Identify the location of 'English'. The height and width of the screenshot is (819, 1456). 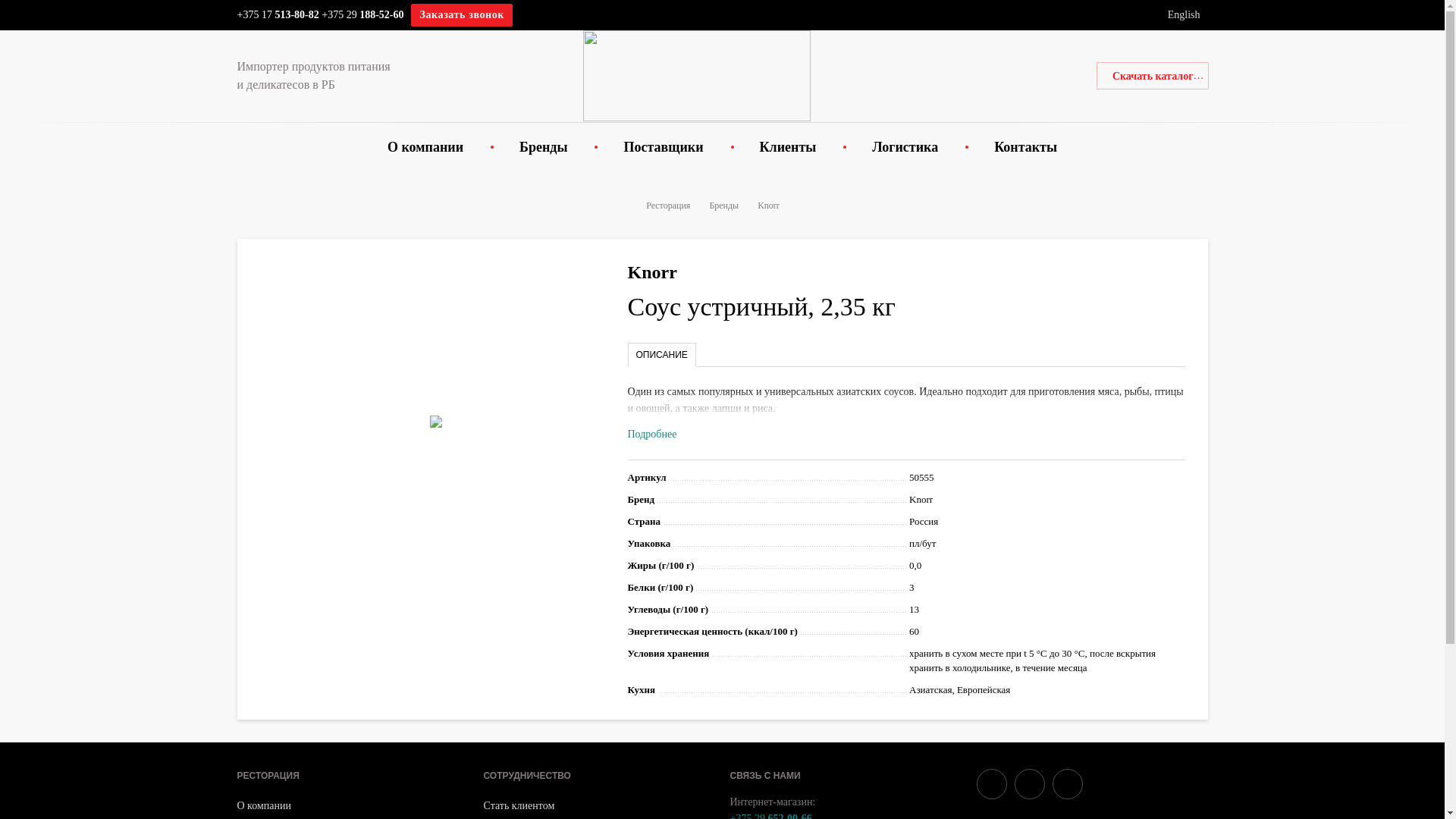
(1183, 14).